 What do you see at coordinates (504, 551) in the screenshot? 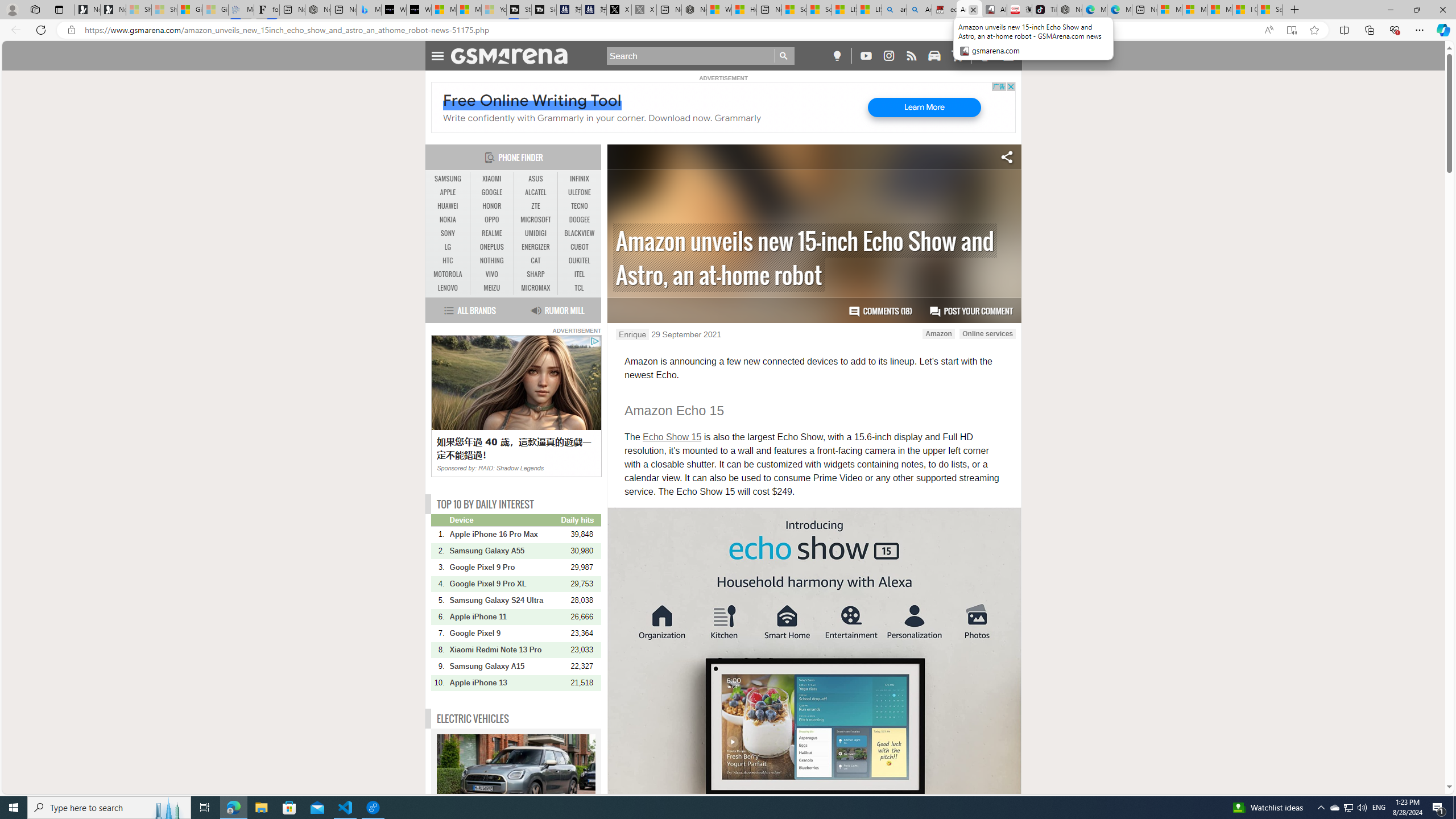
I see `'Samsung Galaxy A55'` at bounding box center [504, 551].